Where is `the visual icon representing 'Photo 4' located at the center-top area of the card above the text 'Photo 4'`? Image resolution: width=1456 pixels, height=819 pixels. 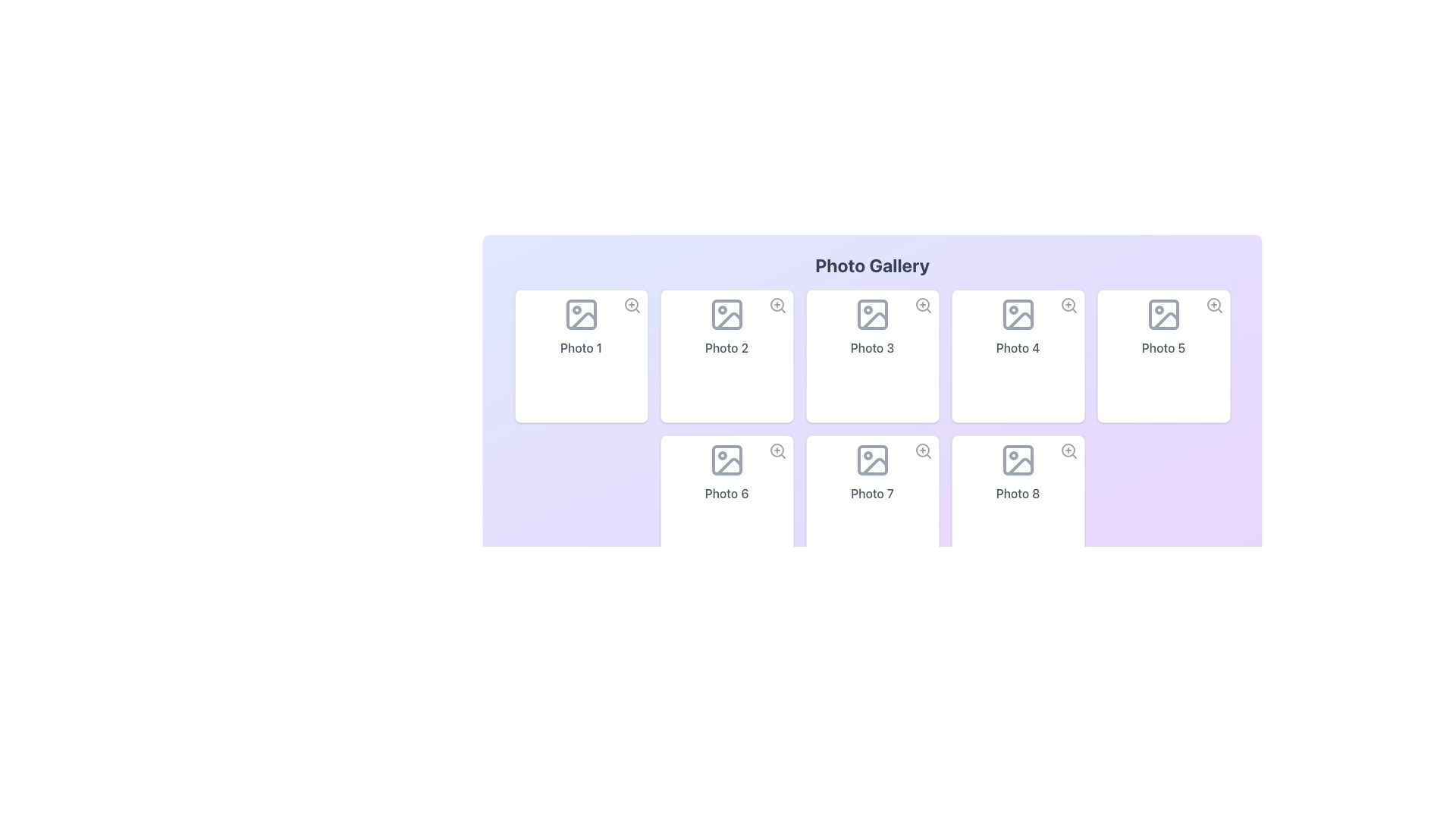 the visual icon representing 'Photo 4' located at the center-top area of the card above the text 'Photo 4' is located at coordinates (1018, 314).